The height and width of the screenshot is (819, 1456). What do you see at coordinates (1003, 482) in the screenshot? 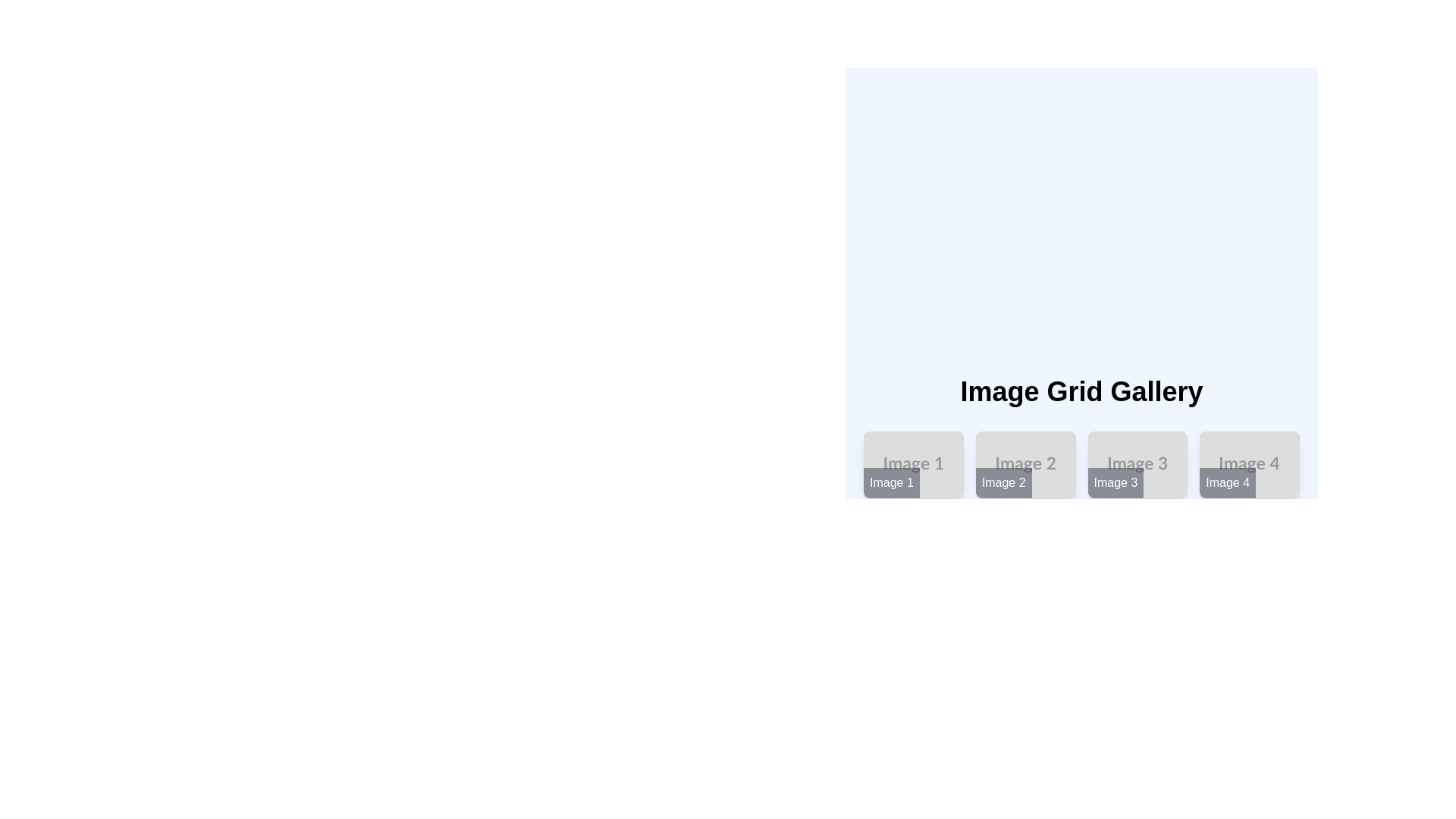
I see `the descriptive label 'Image 2' located at the bottom-left corner of the associated image in the second slot of the horizontally arranged grid gallery` at bounding box center [1003, 482].